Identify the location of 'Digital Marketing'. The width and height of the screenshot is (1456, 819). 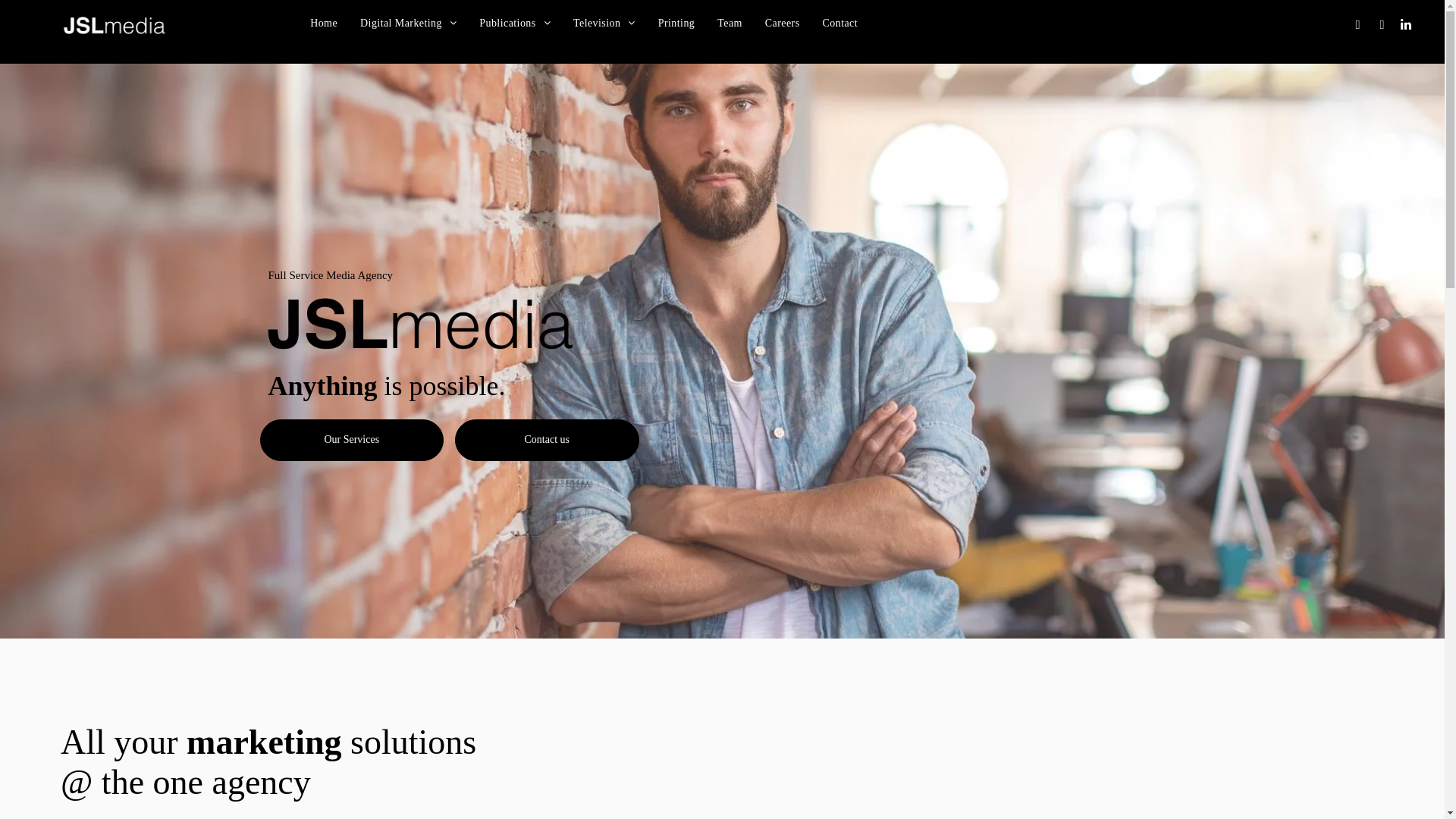
(408, 23).